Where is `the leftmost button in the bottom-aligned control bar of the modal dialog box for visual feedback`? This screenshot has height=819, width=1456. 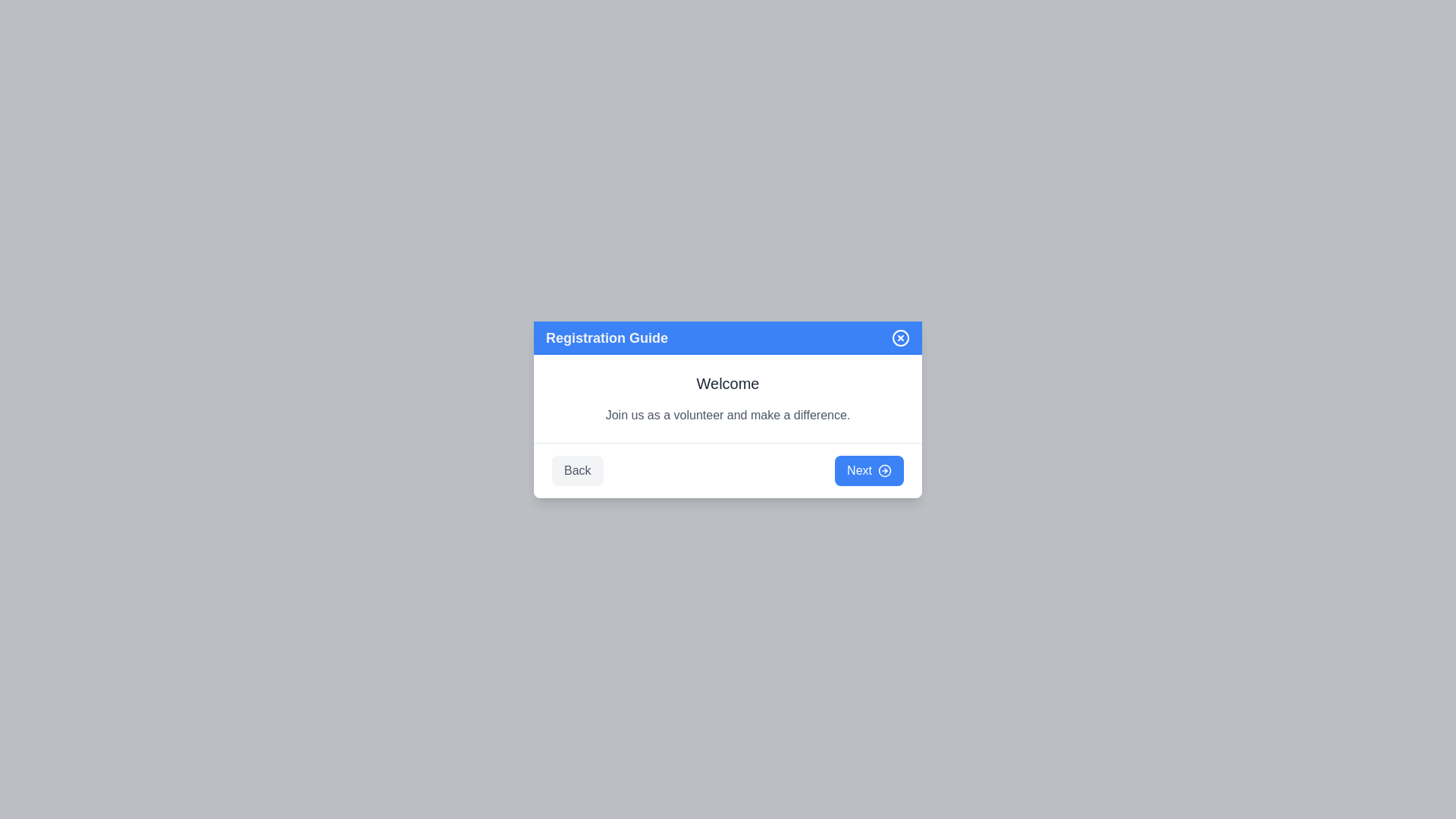
the leftmost button in the bottom-aligned control bar of the modal dialog box for visual feedback is located at coordinates (576, 469).